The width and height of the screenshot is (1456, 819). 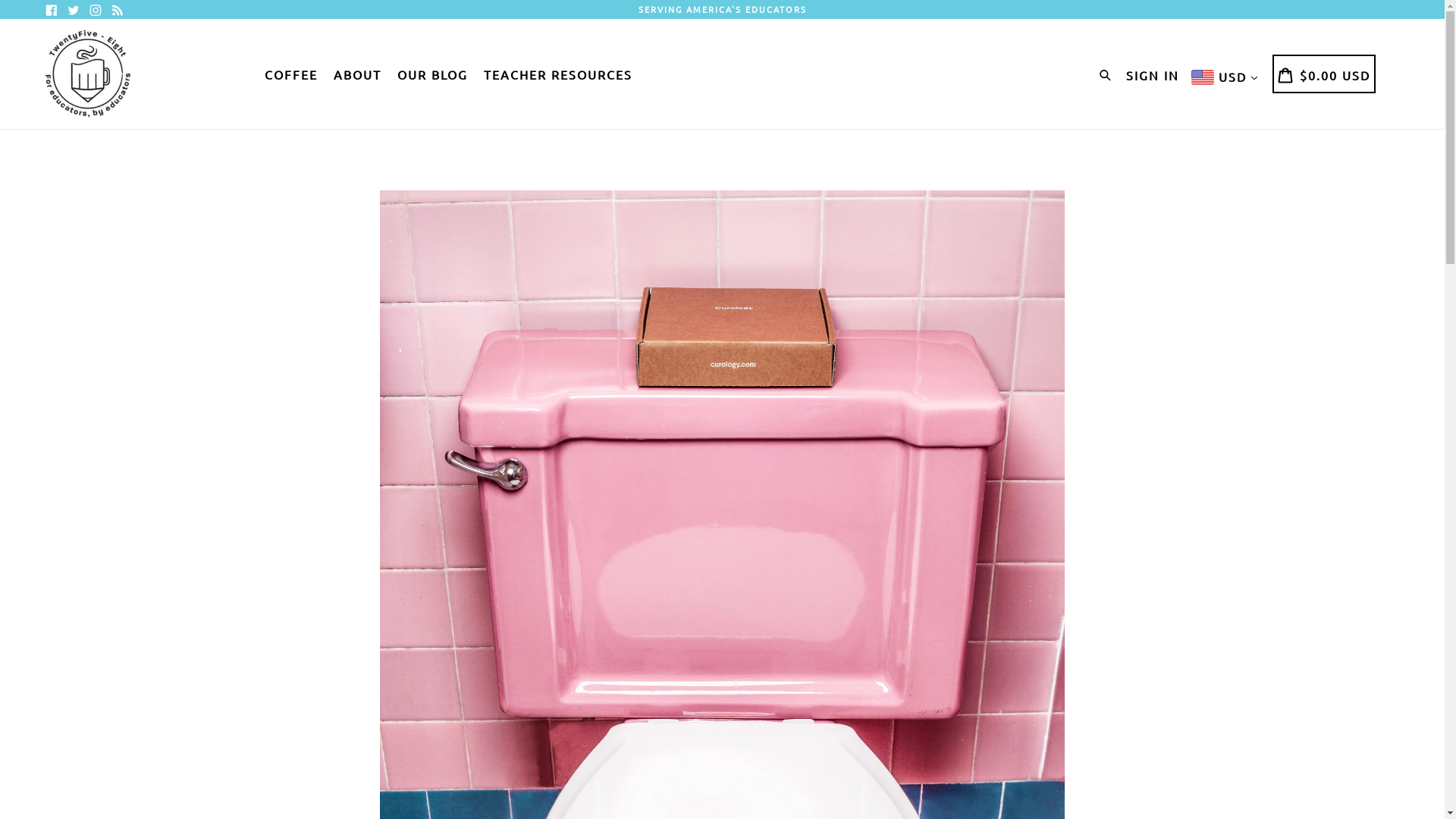 I want to click on 'RSS', so click(x=116, y=10).